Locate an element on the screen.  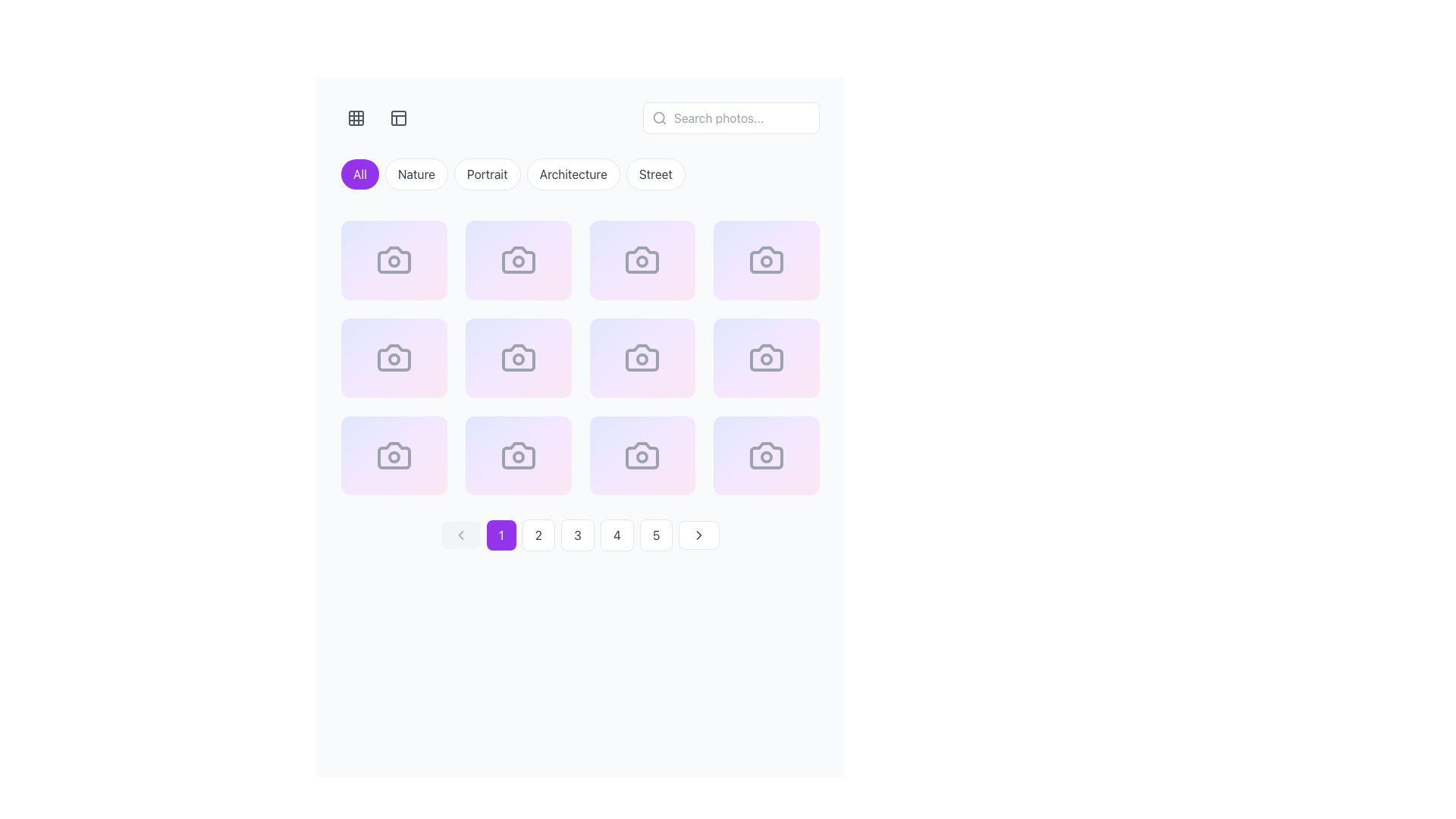
the rectangular button with rounded corners, which has a white background and a right-facing chevron icon, located at the far-right of the pagination bar adjacent to button '5' is located at coordinates (698, 535).